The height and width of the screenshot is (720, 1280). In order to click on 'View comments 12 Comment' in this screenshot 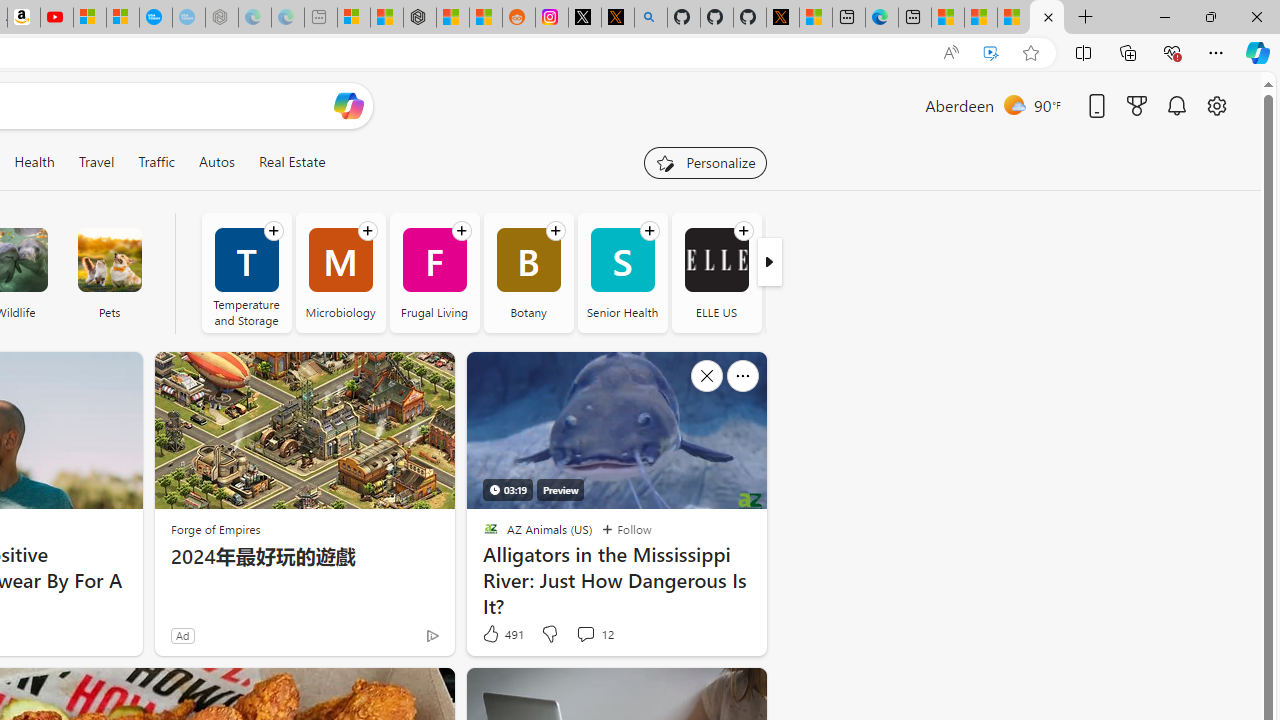, I will do `click(593, 633)`.